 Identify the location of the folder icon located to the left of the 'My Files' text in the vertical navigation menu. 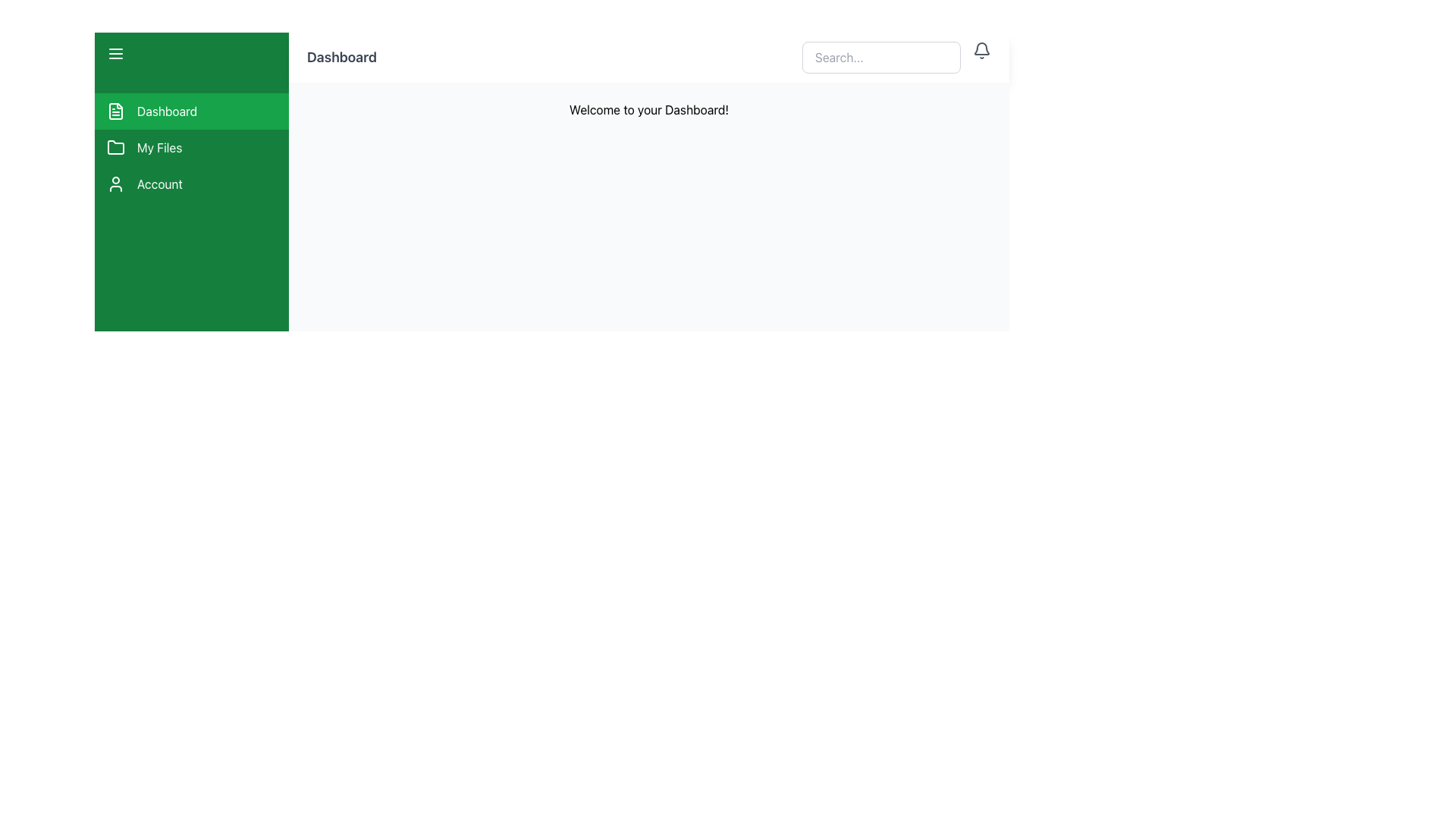
(115, 148).